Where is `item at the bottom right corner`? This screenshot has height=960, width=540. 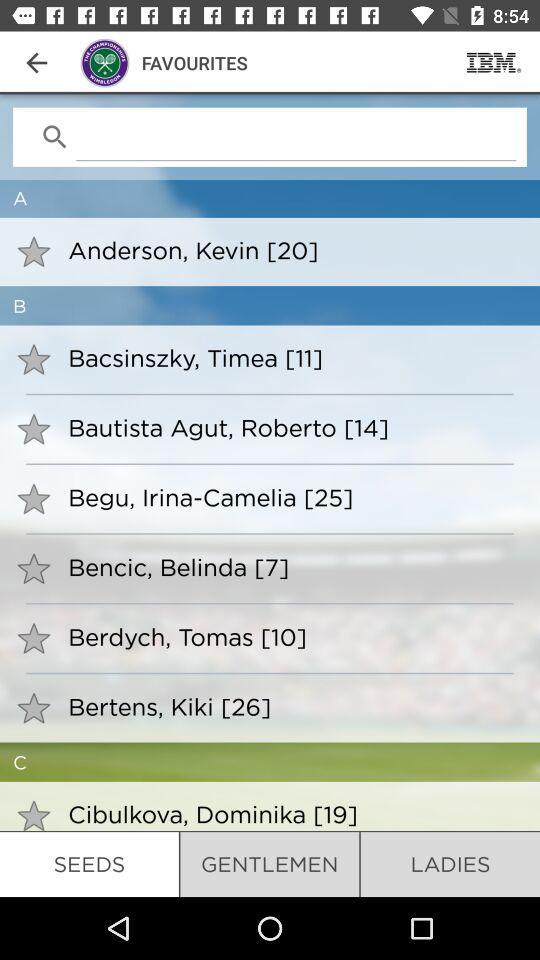
item at the bottom right corner is located at coordinates (450, 863).